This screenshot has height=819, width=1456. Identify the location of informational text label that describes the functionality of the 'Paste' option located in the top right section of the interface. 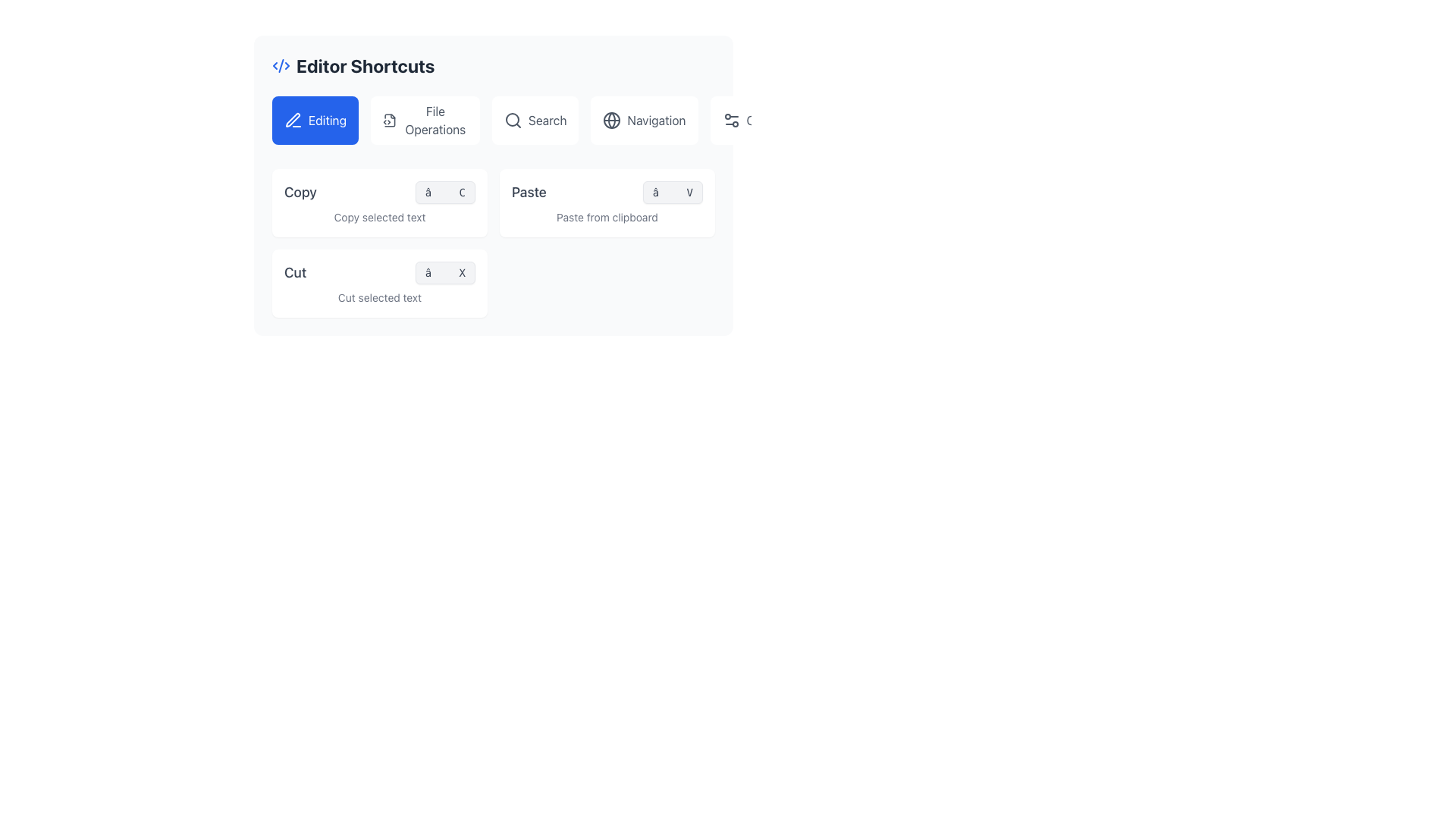
(607, 217).